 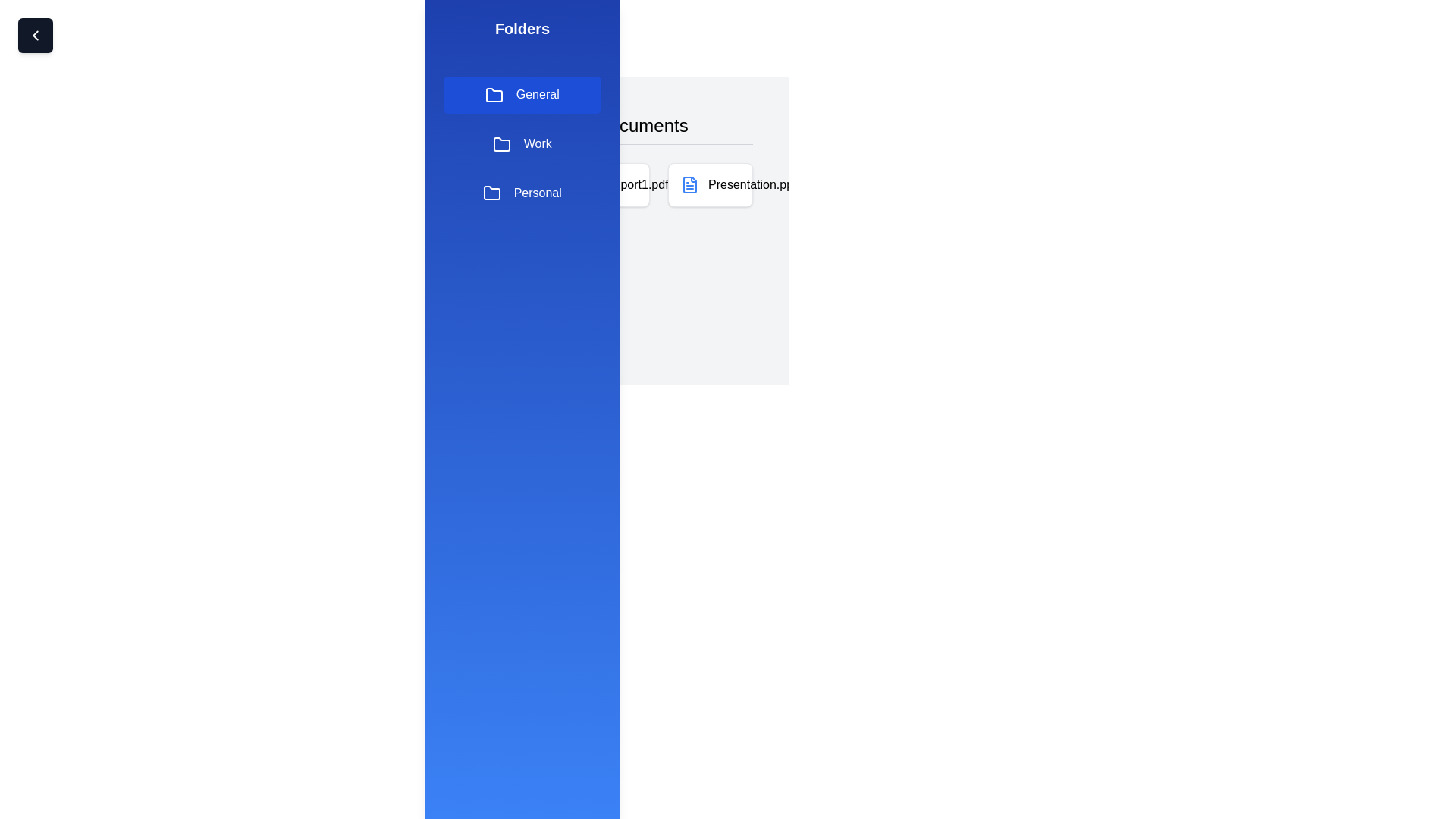 What do you see at coordinates (36, 34) in the screenshot?
I see `the go-back navigation icon located at the center of its square-shaped button with a dark background` at bounding box center [36, 34].